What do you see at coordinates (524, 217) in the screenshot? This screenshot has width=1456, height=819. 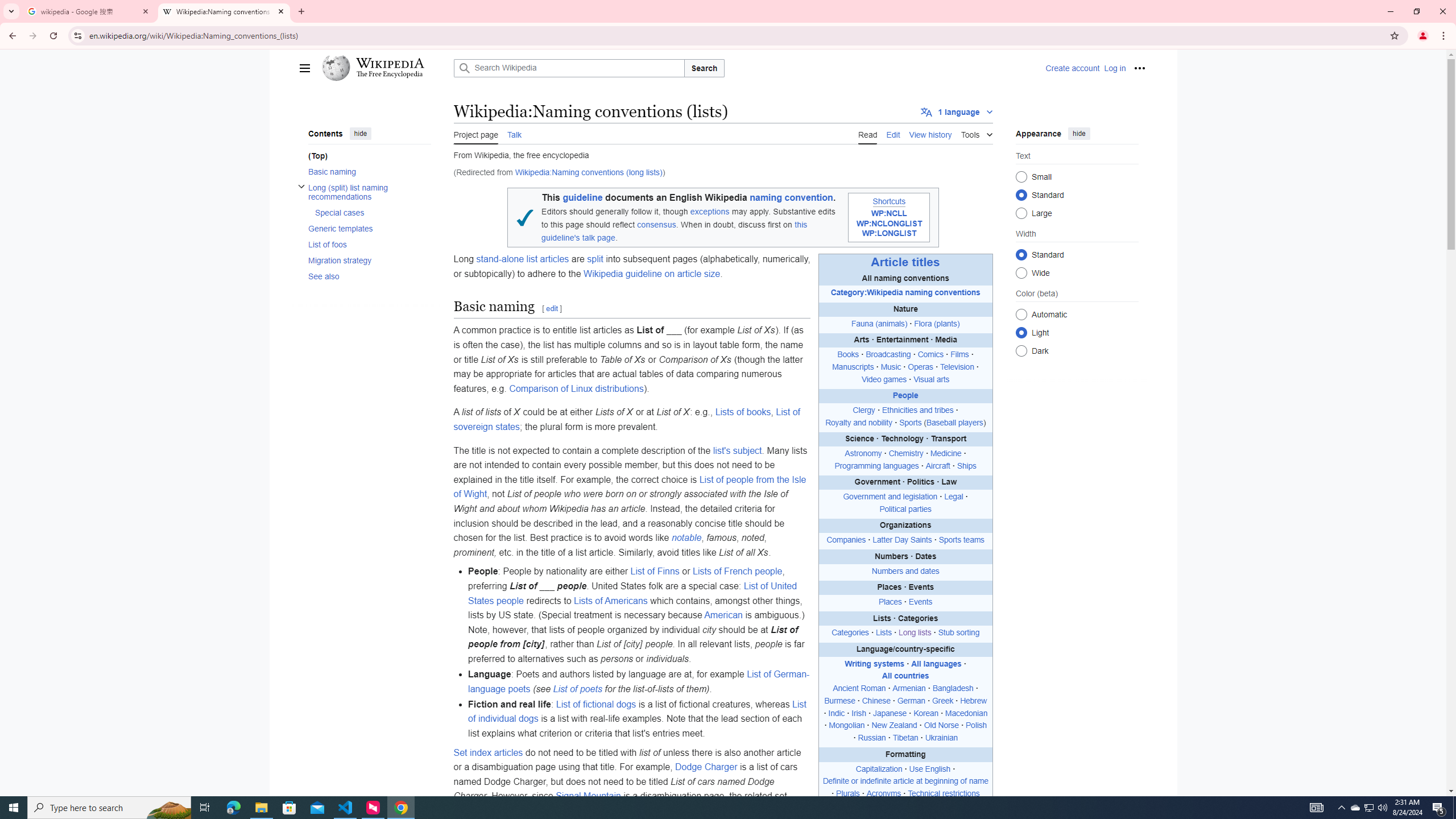 I see `'Blue tick'` at bounding box center [524, 217].